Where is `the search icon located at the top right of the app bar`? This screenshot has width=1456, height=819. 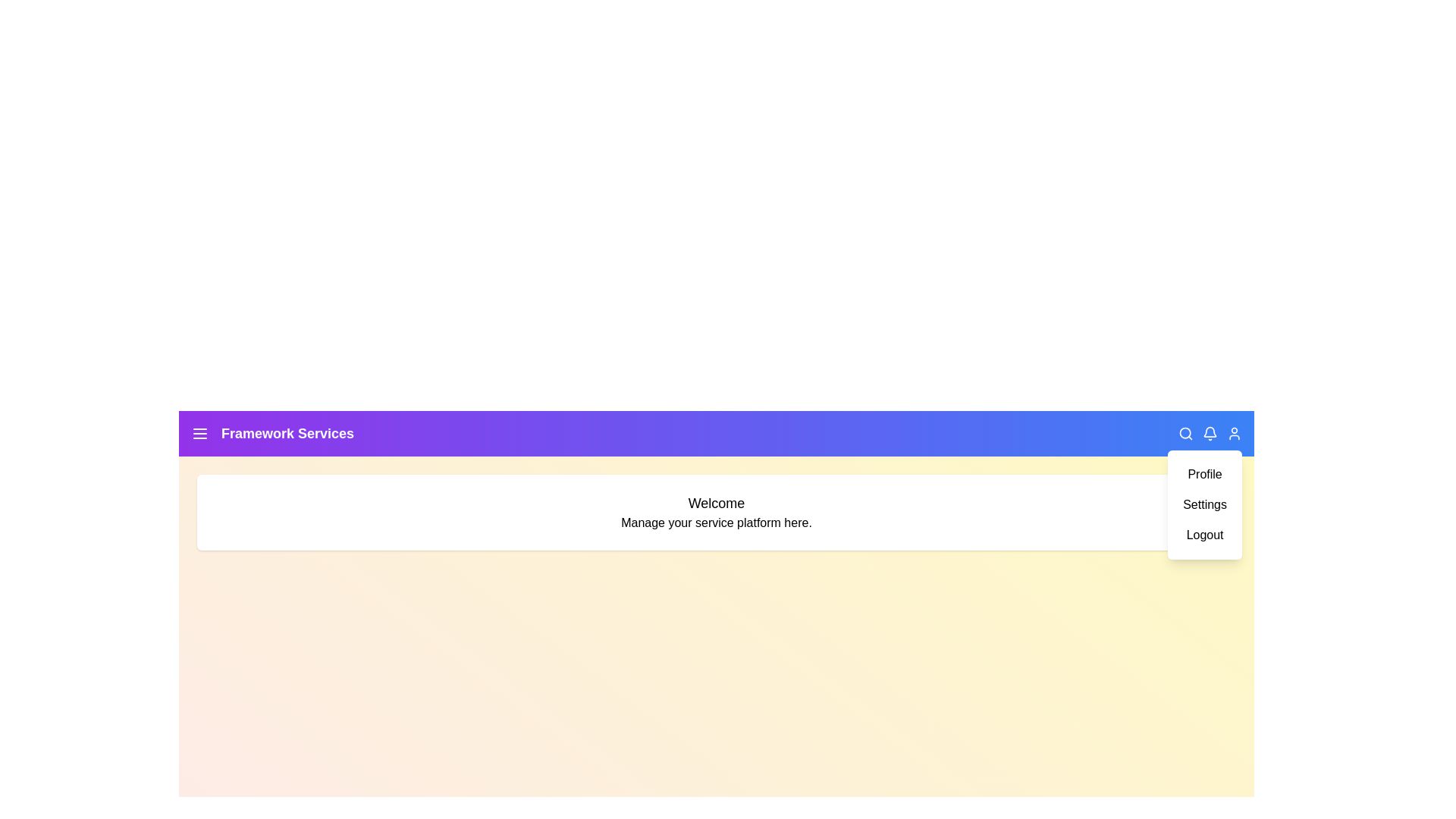
the search icon located at the top right of the app bar is located at coordinates (1185, 433).